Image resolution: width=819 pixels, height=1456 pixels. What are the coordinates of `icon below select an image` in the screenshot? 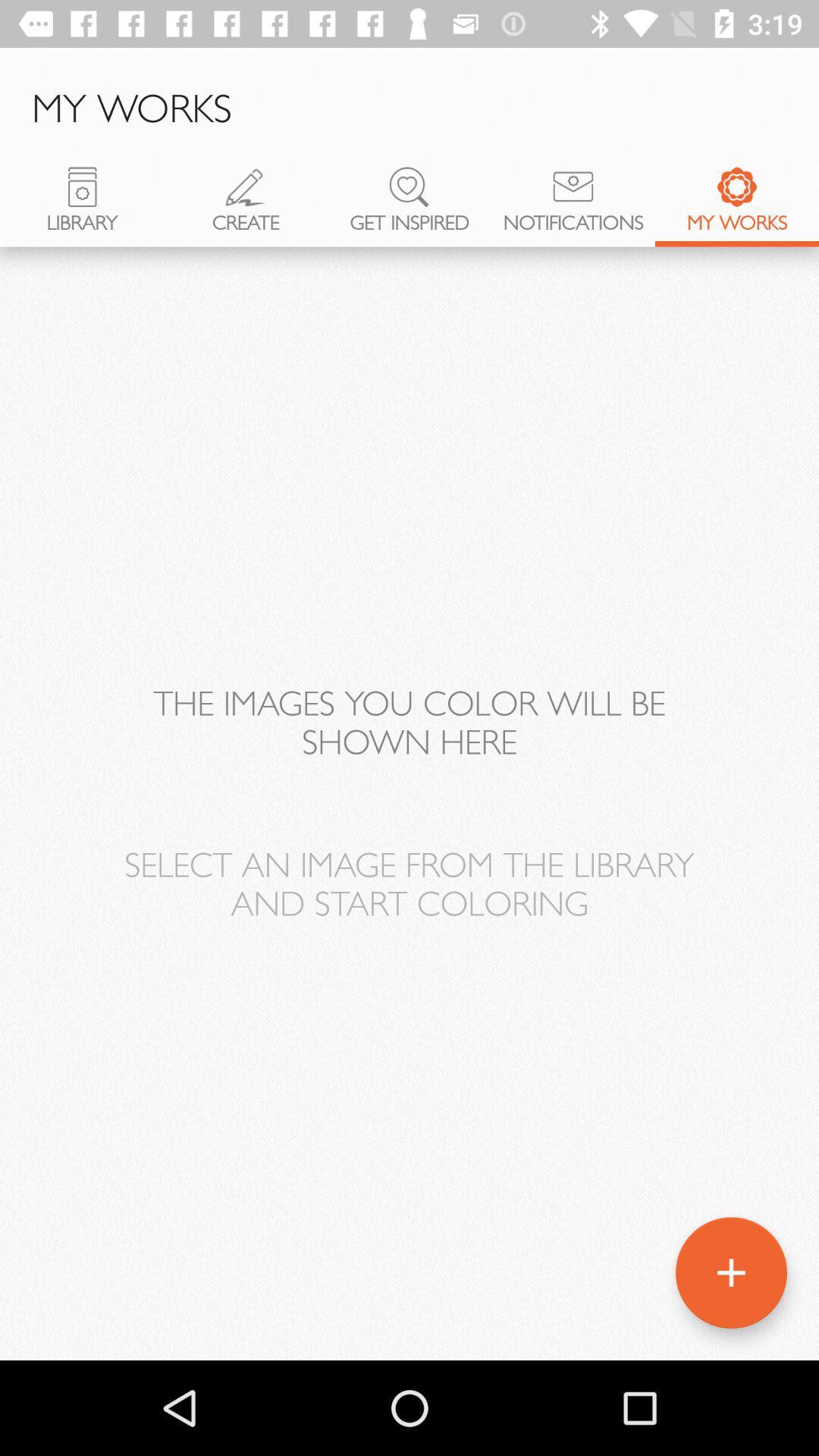 It's located at (730, 1272).